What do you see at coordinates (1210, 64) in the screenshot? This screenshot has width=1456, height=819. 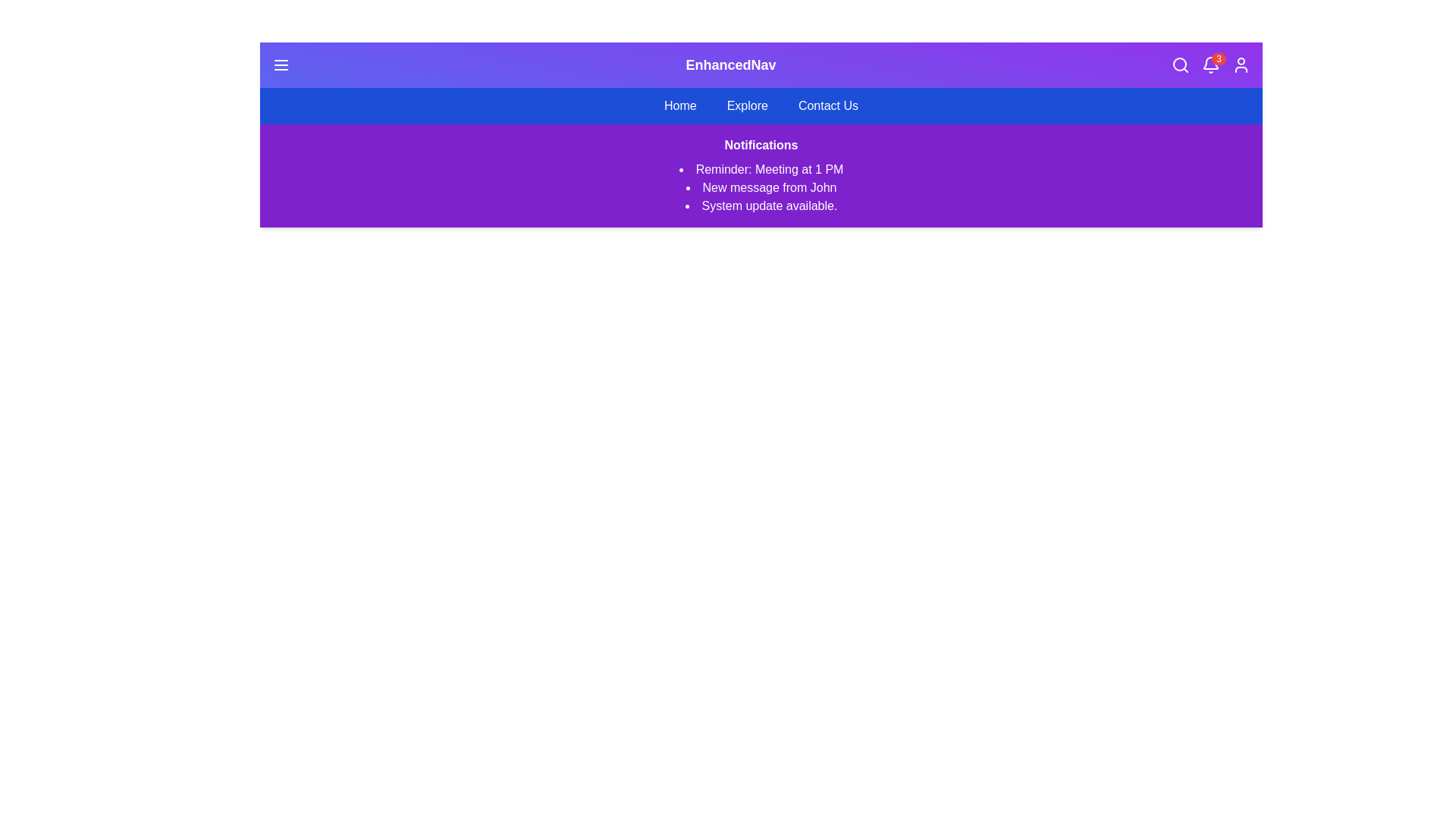 I see `the Notification Bell Icon with a red badge displaying '3' located` at bounding box center [1210, 64].